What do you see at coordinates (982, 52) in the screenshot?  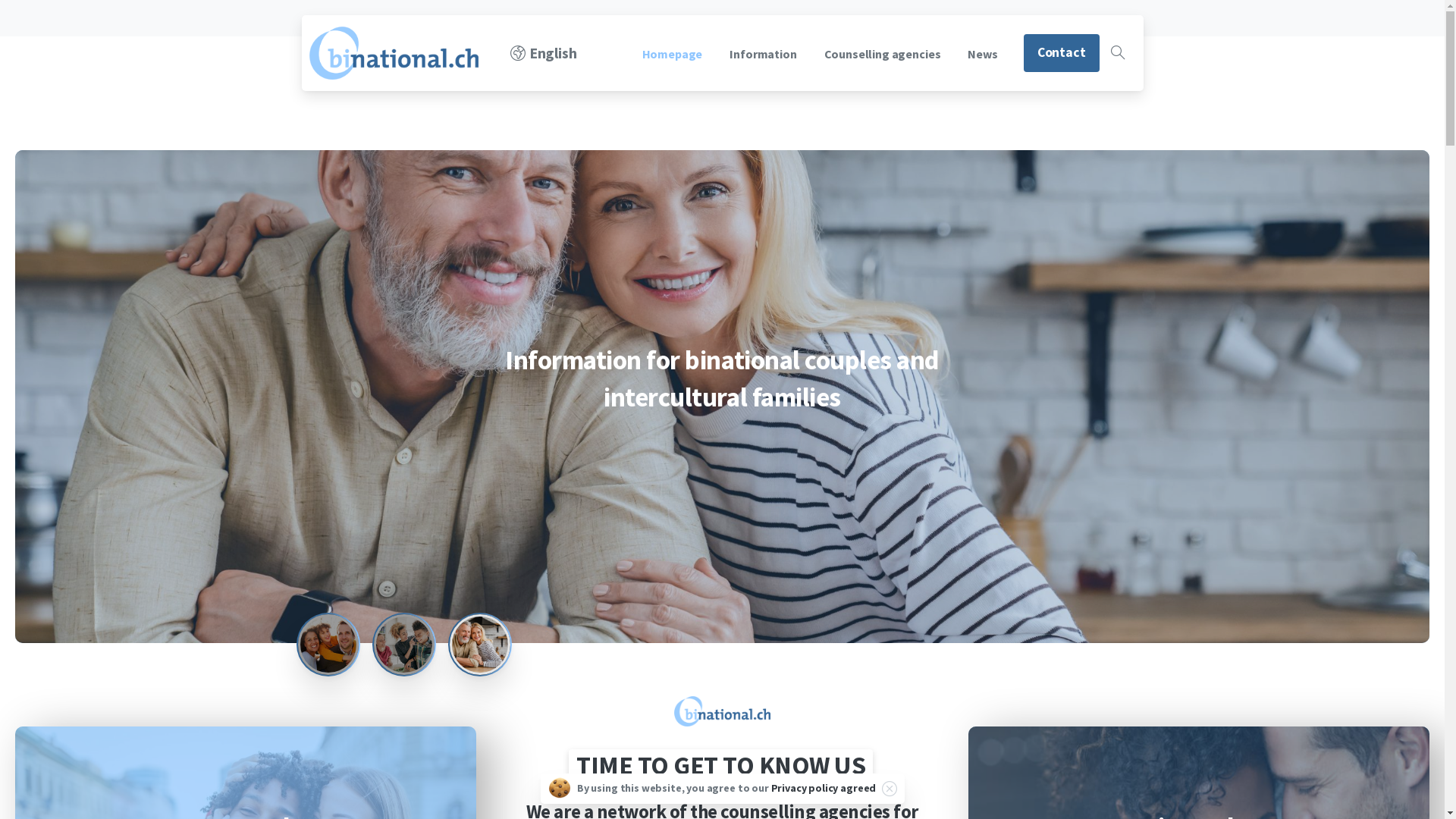 I see `'News'` at bounding box center [982, 52].